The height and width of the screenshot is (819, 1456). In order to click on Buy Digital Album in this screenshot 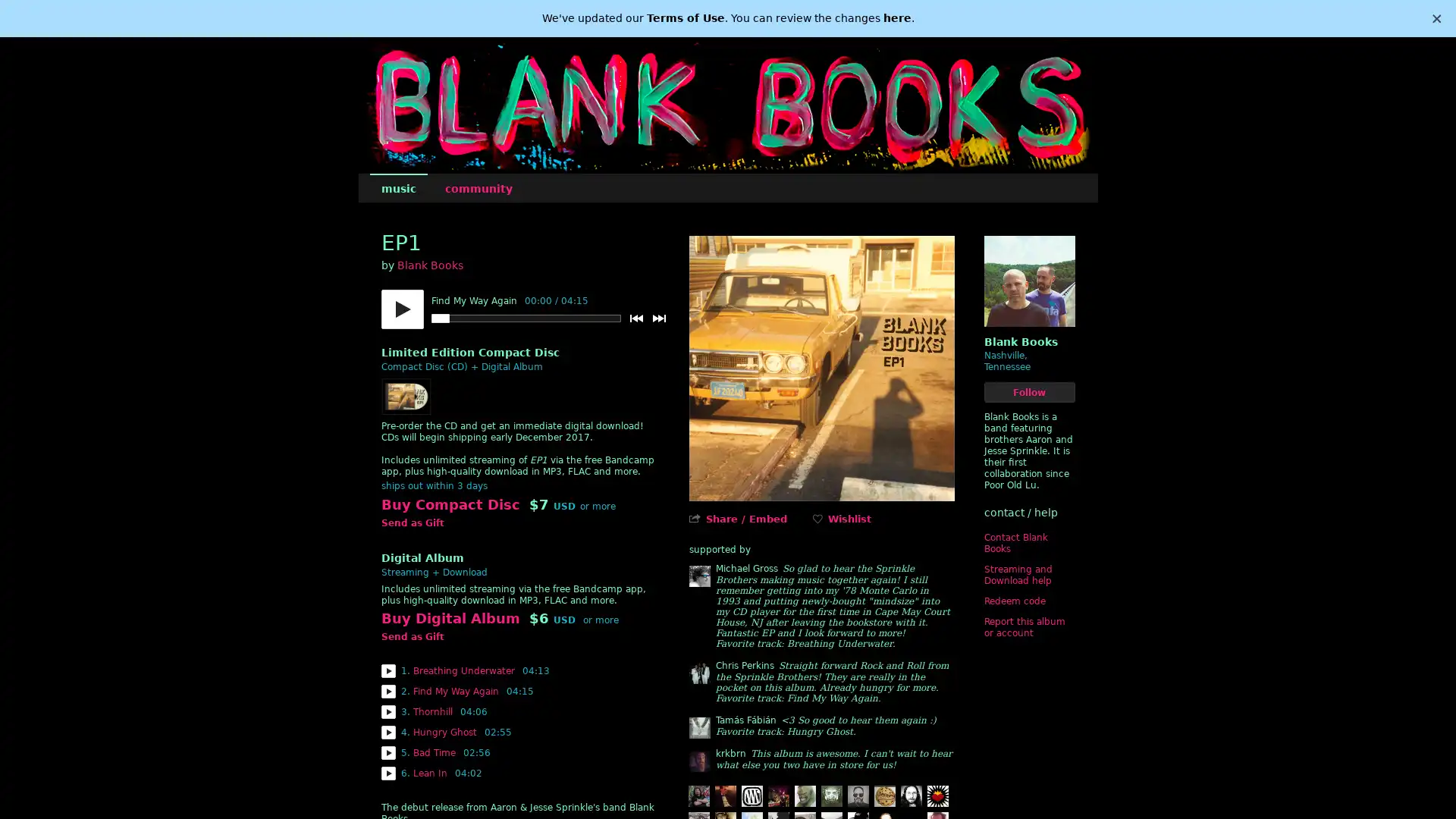, I will do `click(449, 619)`.